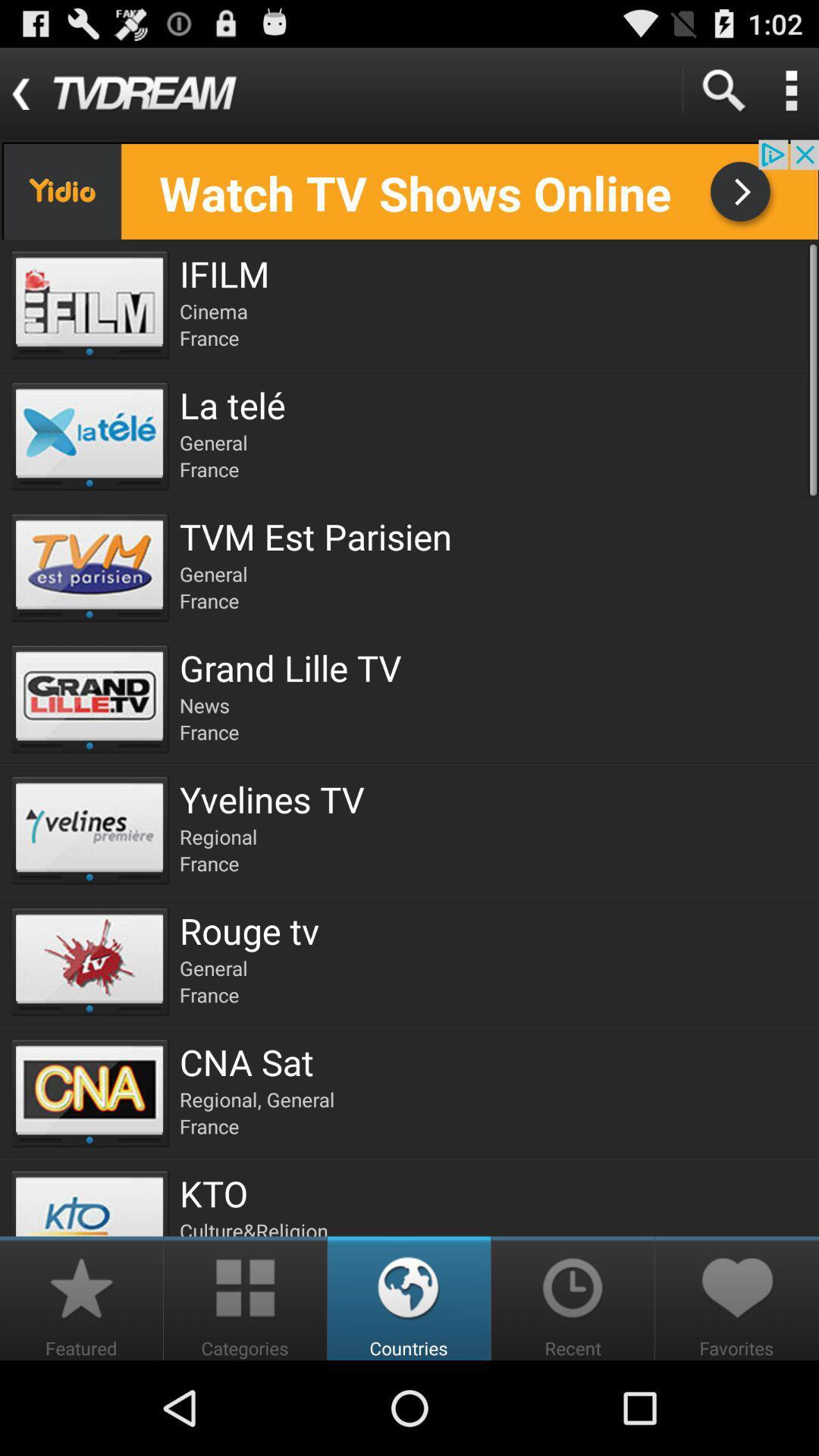 Image resolution: width=819 pixels, height=1456 pixels. I want to click on other details option, so click(790, 89).